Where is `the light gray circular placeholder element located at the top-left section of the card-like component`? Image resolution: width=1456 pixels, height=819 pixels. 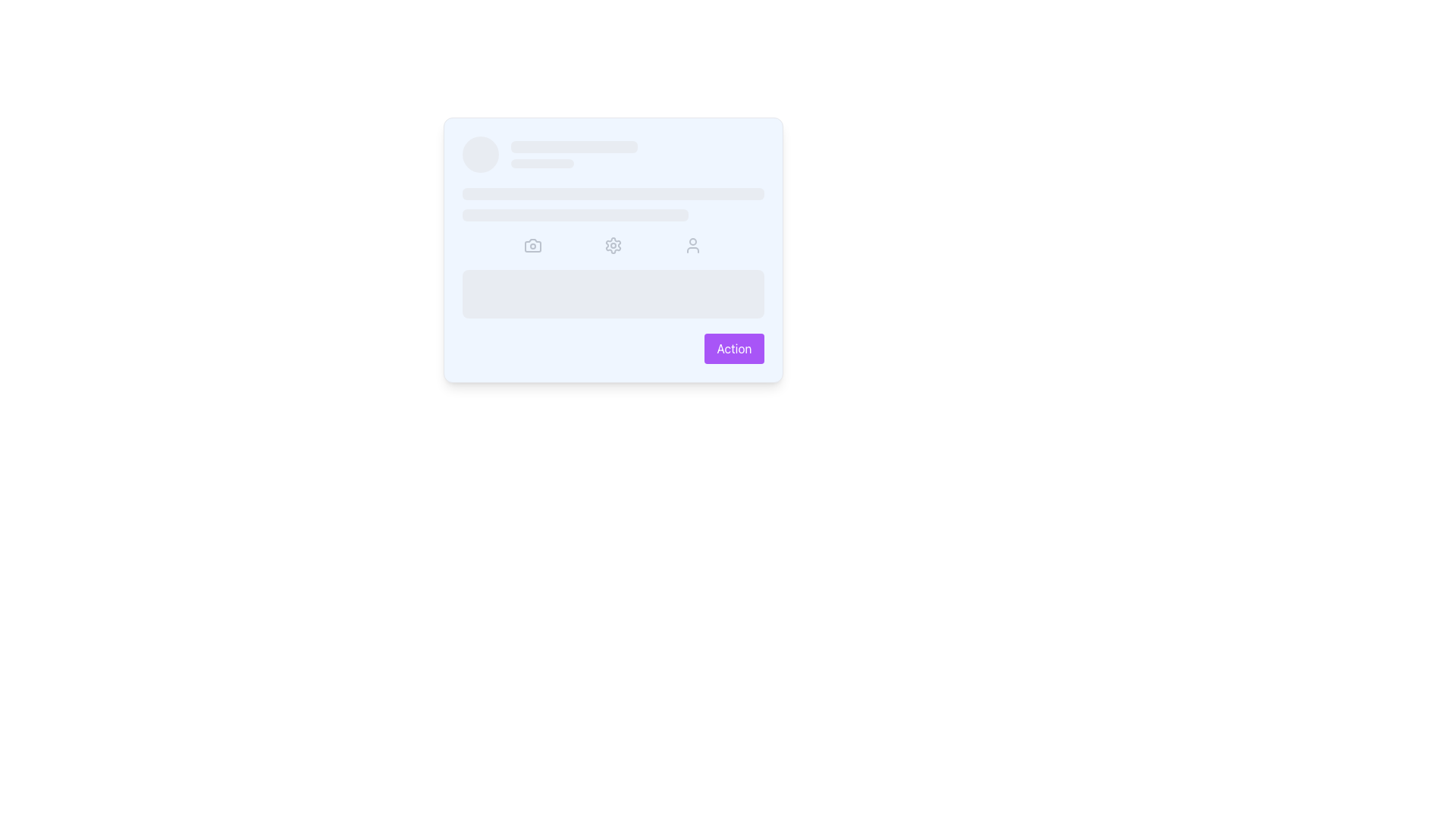
the light gray circular placeholder element located at the top-left section of the card-like component is located at coordinates (479, 155).